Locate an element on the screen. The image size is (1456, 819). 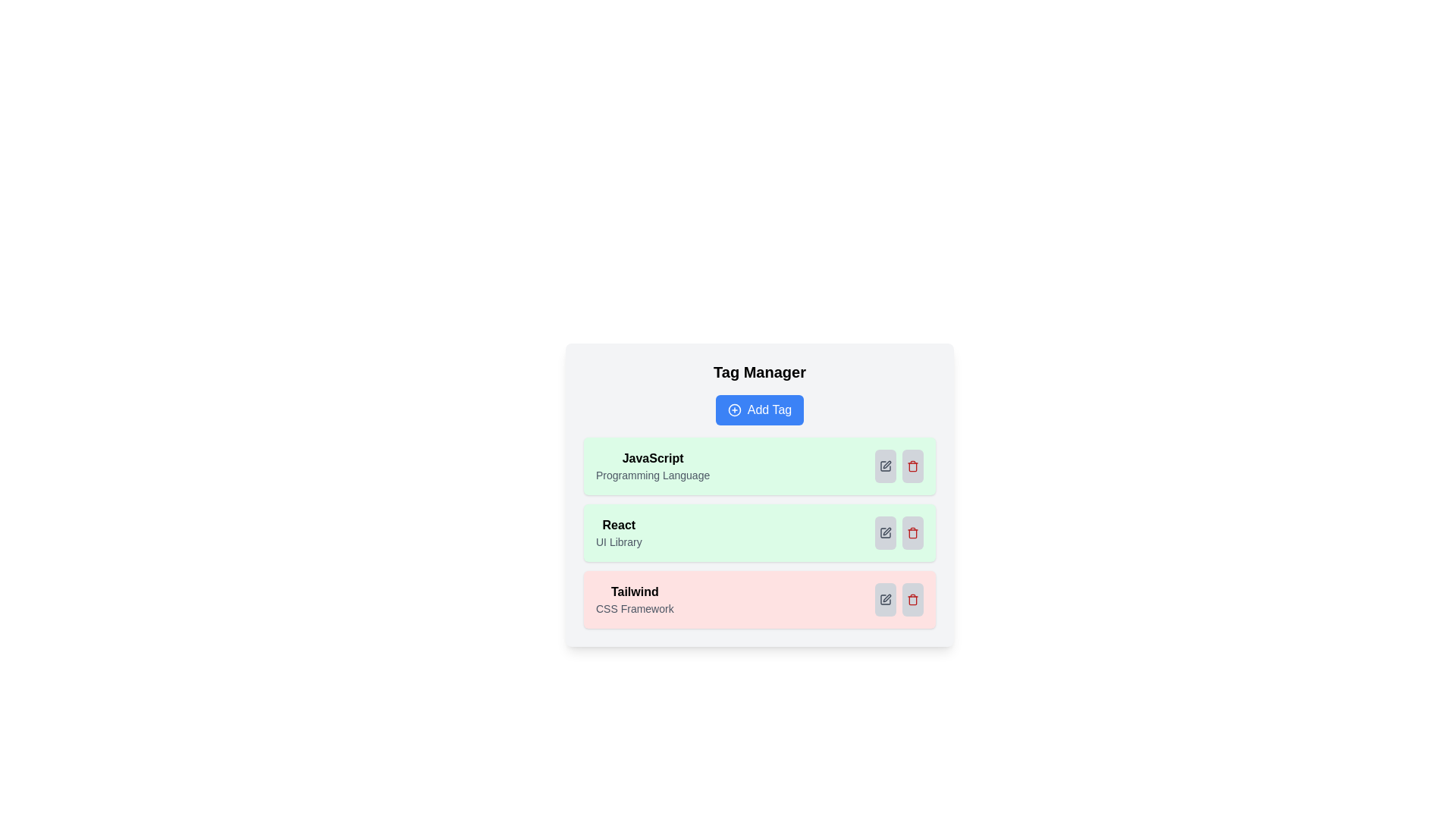
the edit icon of the tag with name React to toggle its active state is located at coordinates (885, 532).